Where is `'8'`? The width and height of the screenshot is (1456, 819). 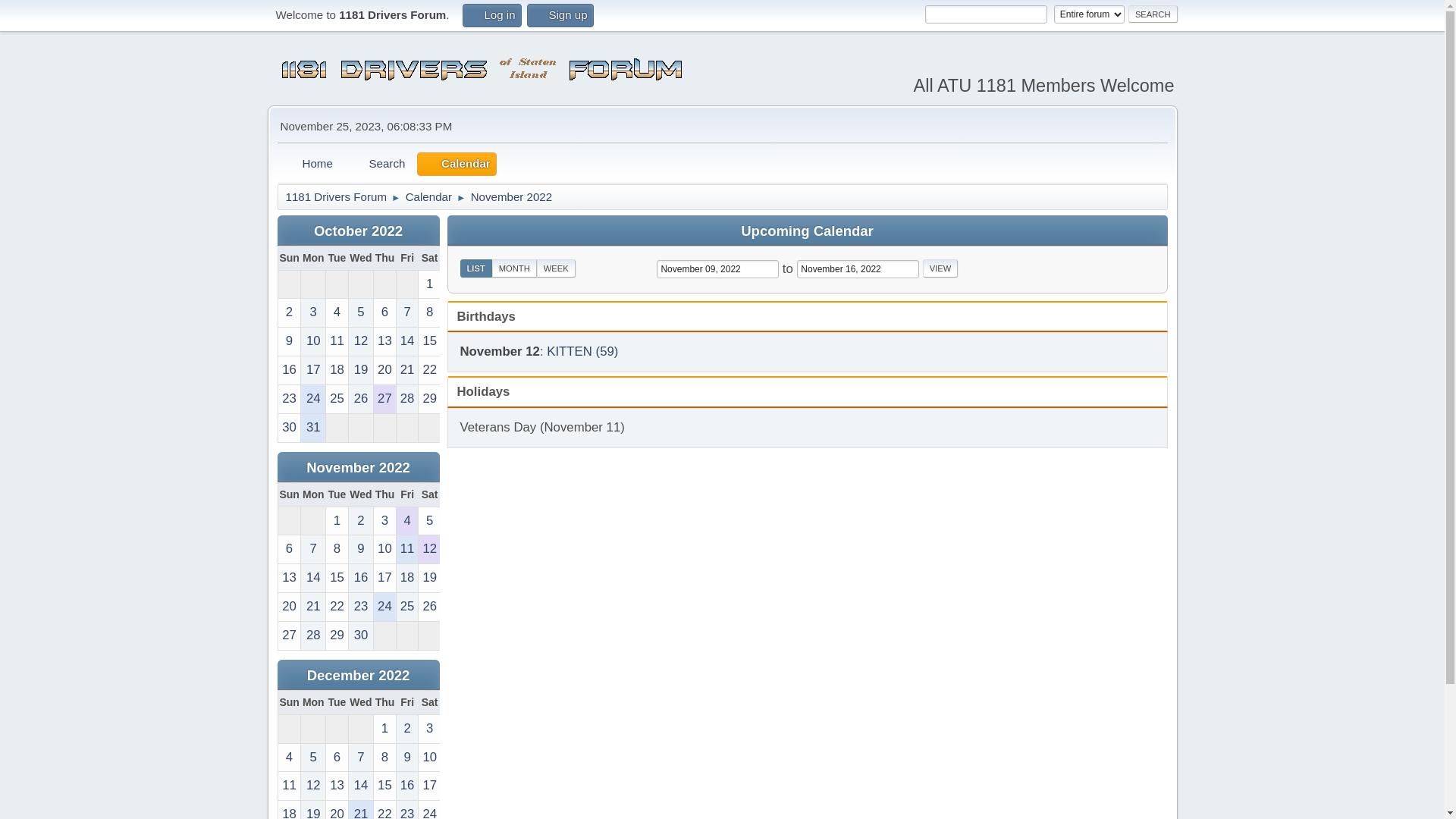
'8' is located at coordinates (384, 758).